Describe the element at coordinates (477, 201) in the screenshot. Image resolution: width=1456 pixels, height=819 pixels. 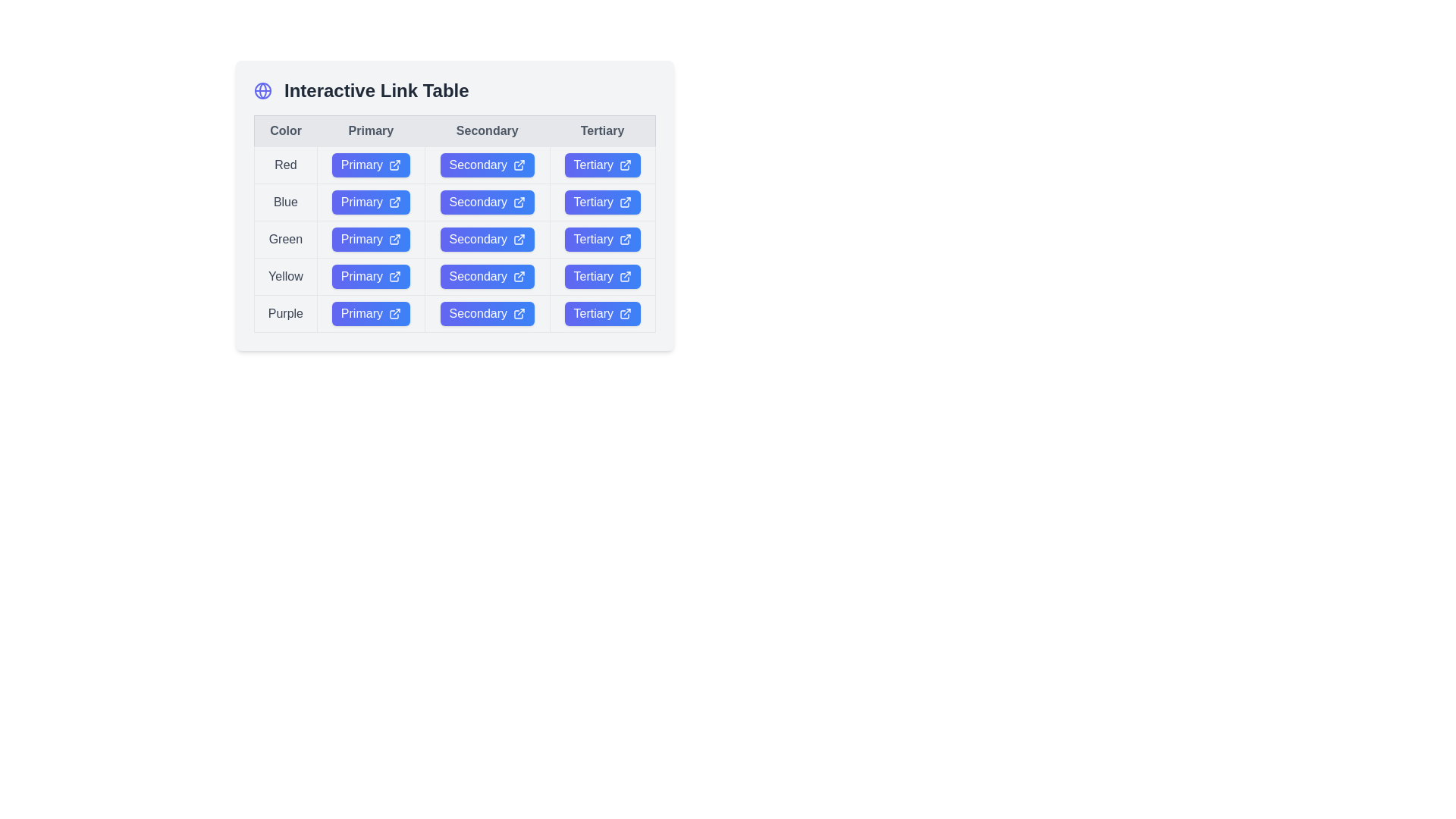
I see `the text label within the button located in the second row and second column under the heading 'Secondary', adjacent to the 'Primary' button on the left and 'Tertiary' button on the right` at that location.